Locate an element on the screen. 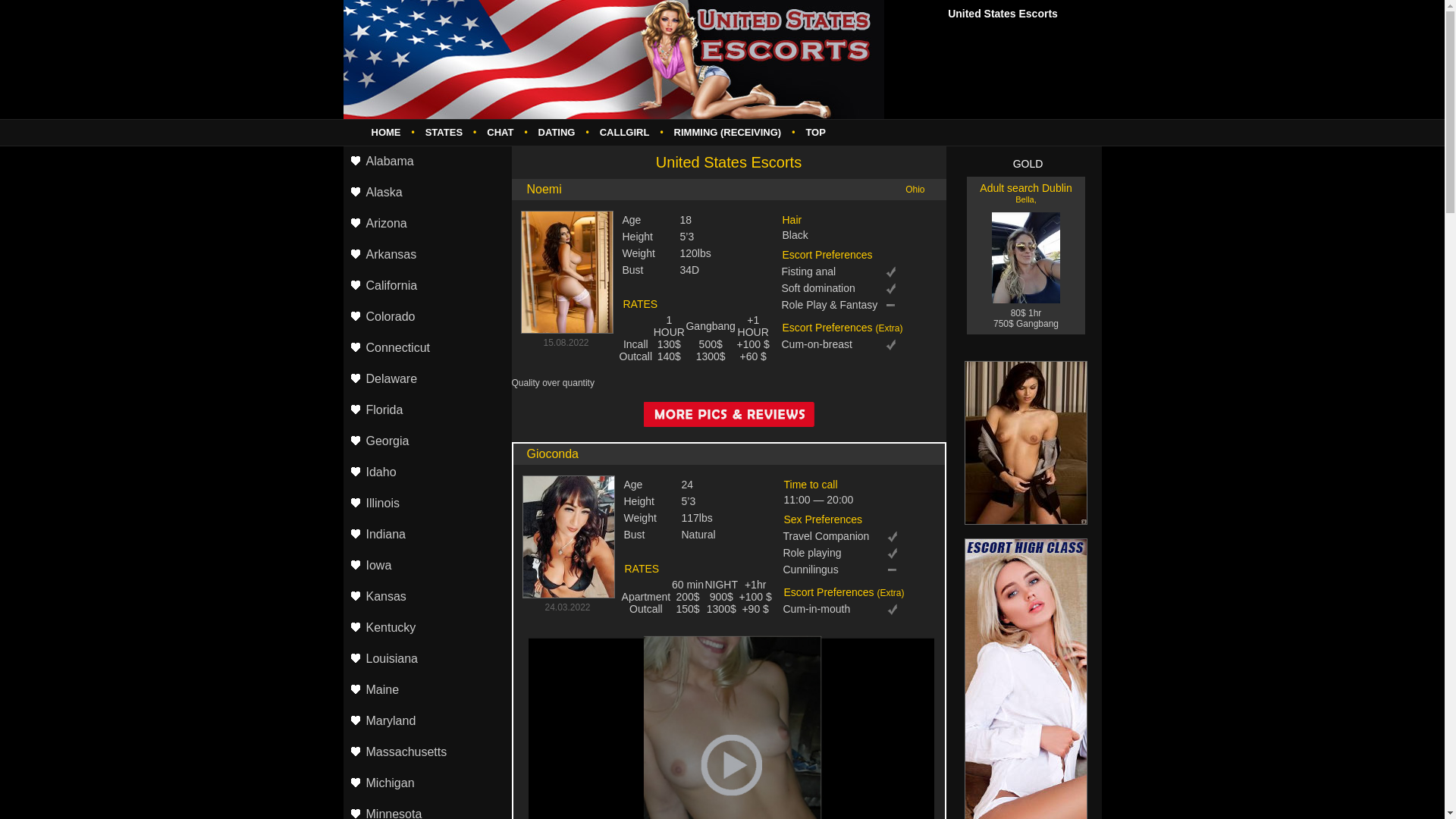 The height and width of the screenshot is (819, 1456). 'Alaska' is located at coordinates (425, 192).